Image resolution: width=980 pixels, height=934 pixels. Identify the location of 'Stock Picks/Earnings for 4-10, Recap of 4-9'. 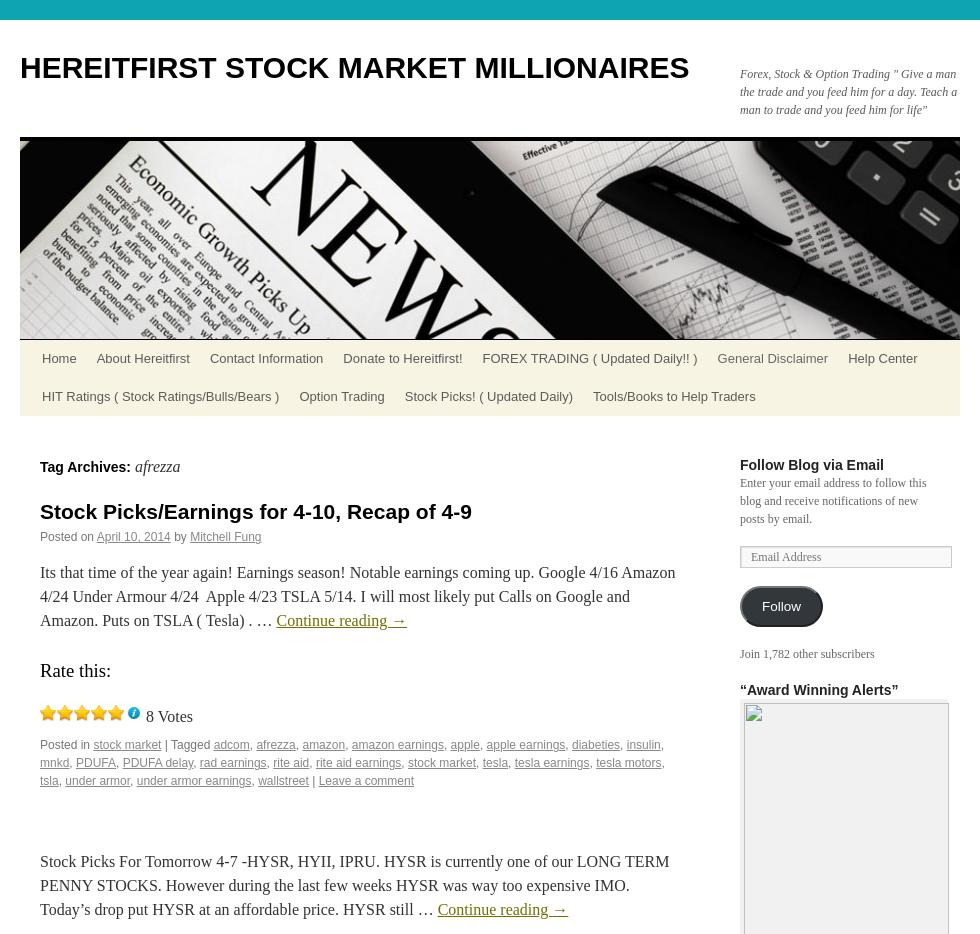
(39, 510).